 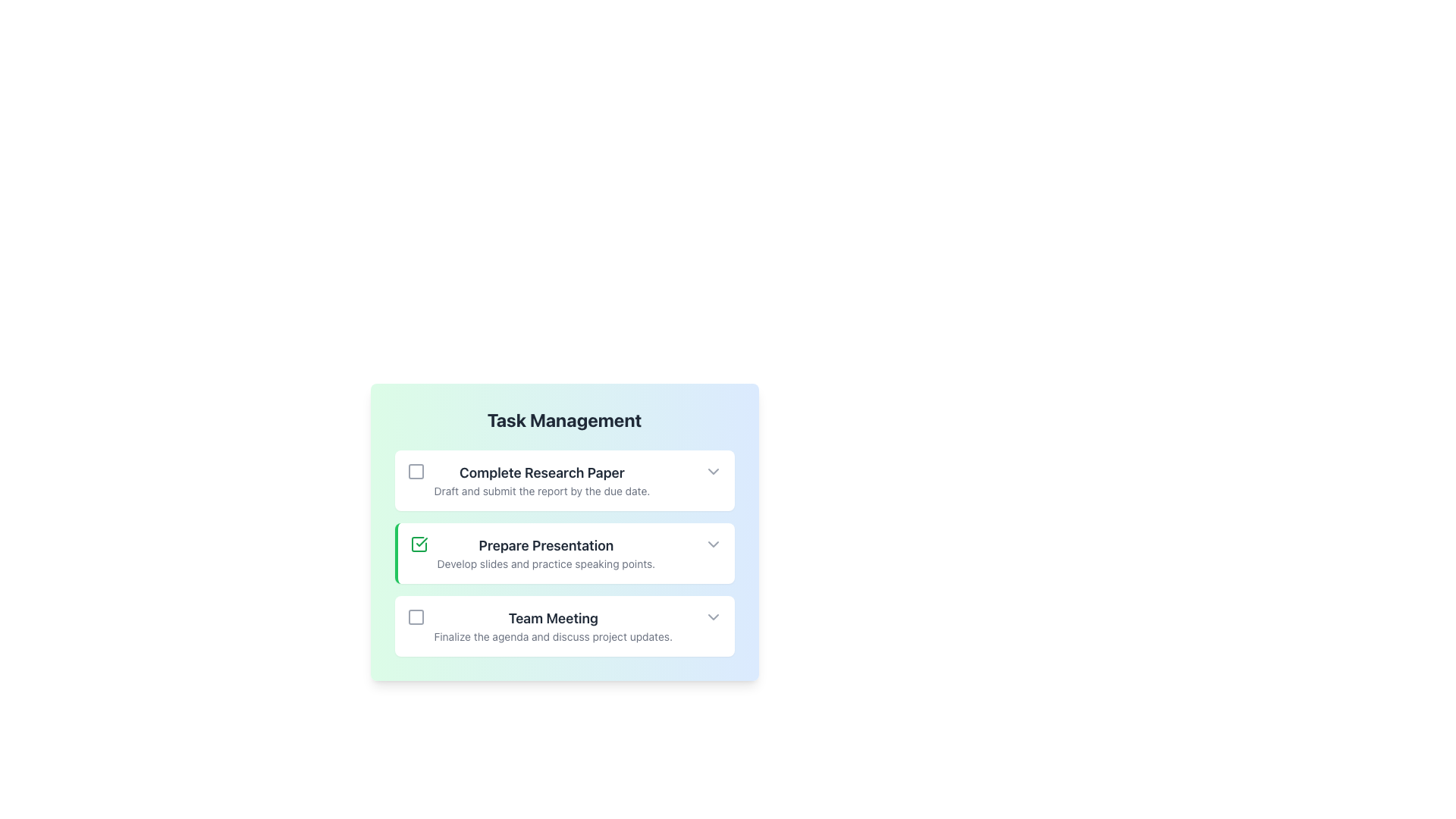 What do you see at coordinates (546, 553) in the screenshot?
I see `the 'Prepare Presentation' text block element to activate edit mode` at bounding box center [546, 553].